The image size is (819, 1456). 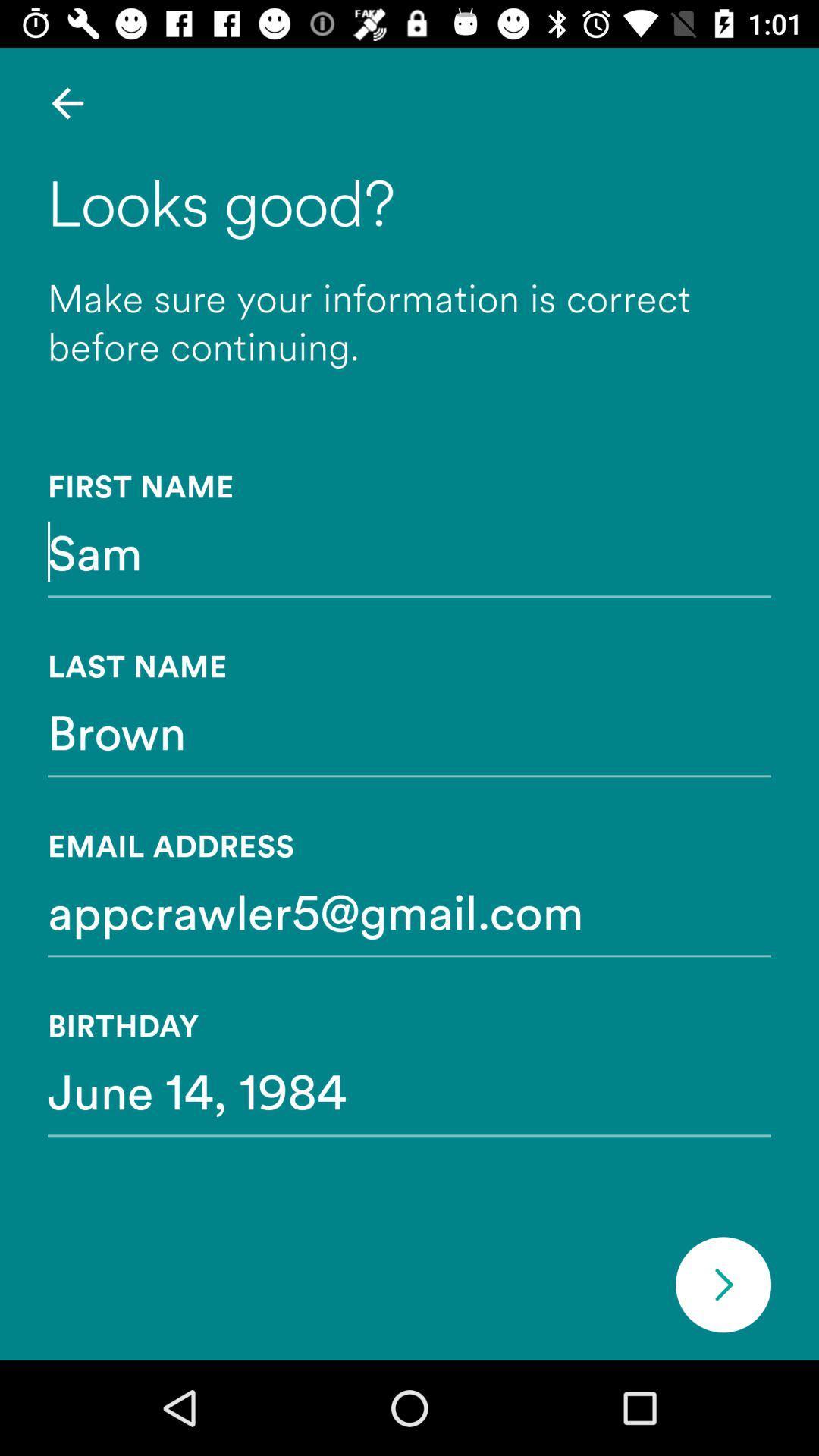 I want to click on next section, so click(x=722, y=1284).